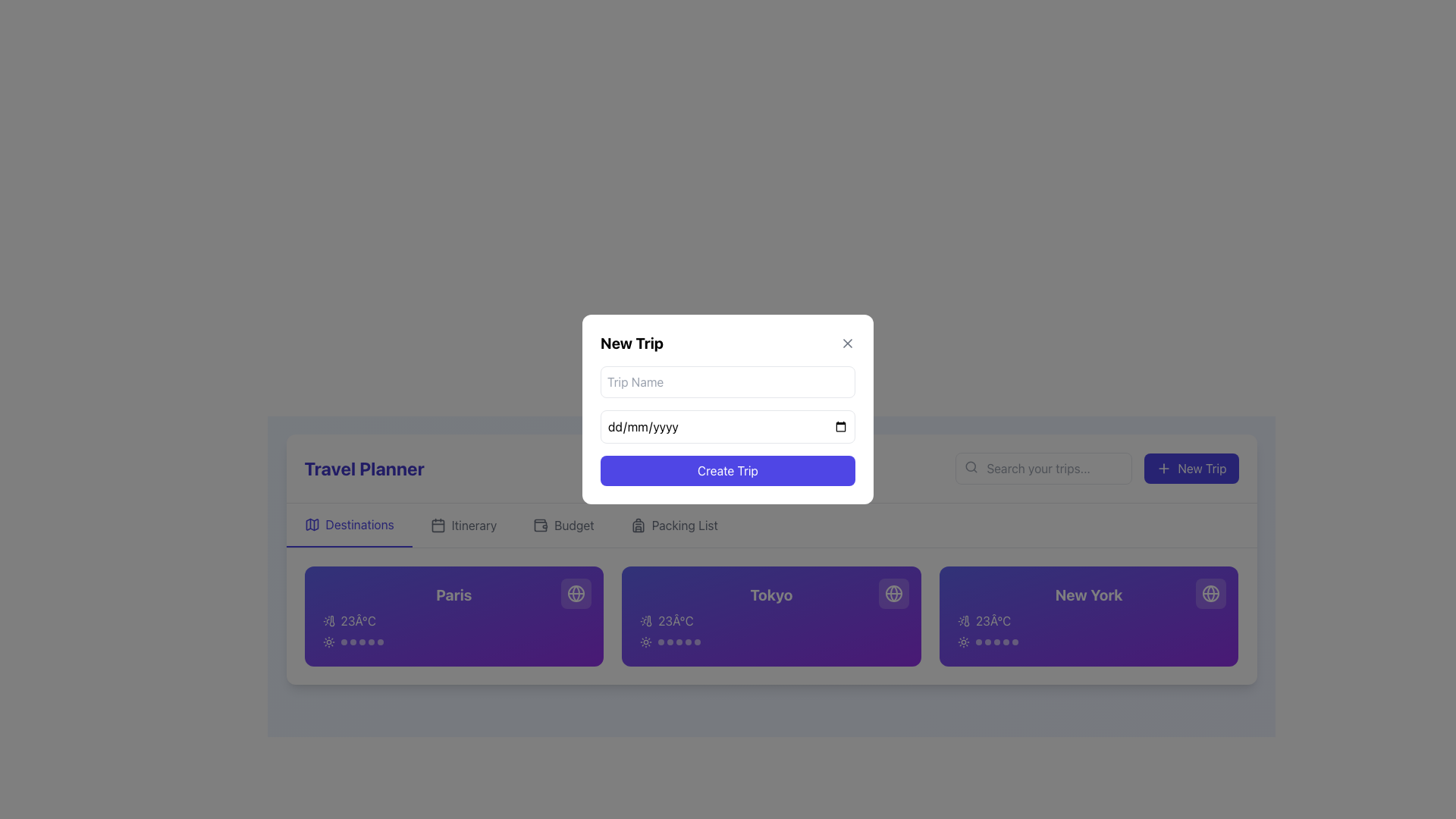 The height and width of the screenshot is (819, 1456). Describe the element at coordinates (993, 620) in the screenshot. I see `temperature value displayed in the text label located to the right of the thermometer icon in the 'New York' destination card header` at that location.